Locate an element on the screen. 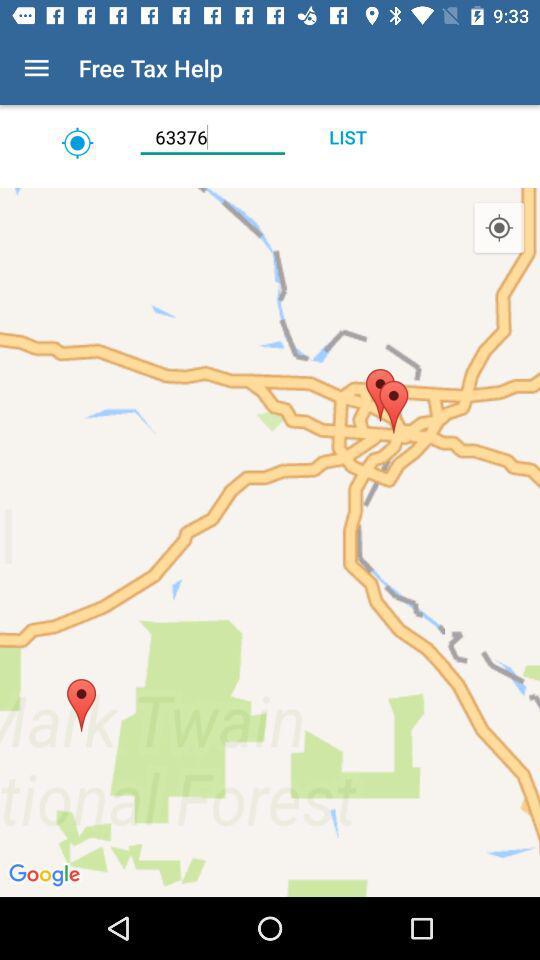  icon to the left of the list is located at coordinates (211, 136).